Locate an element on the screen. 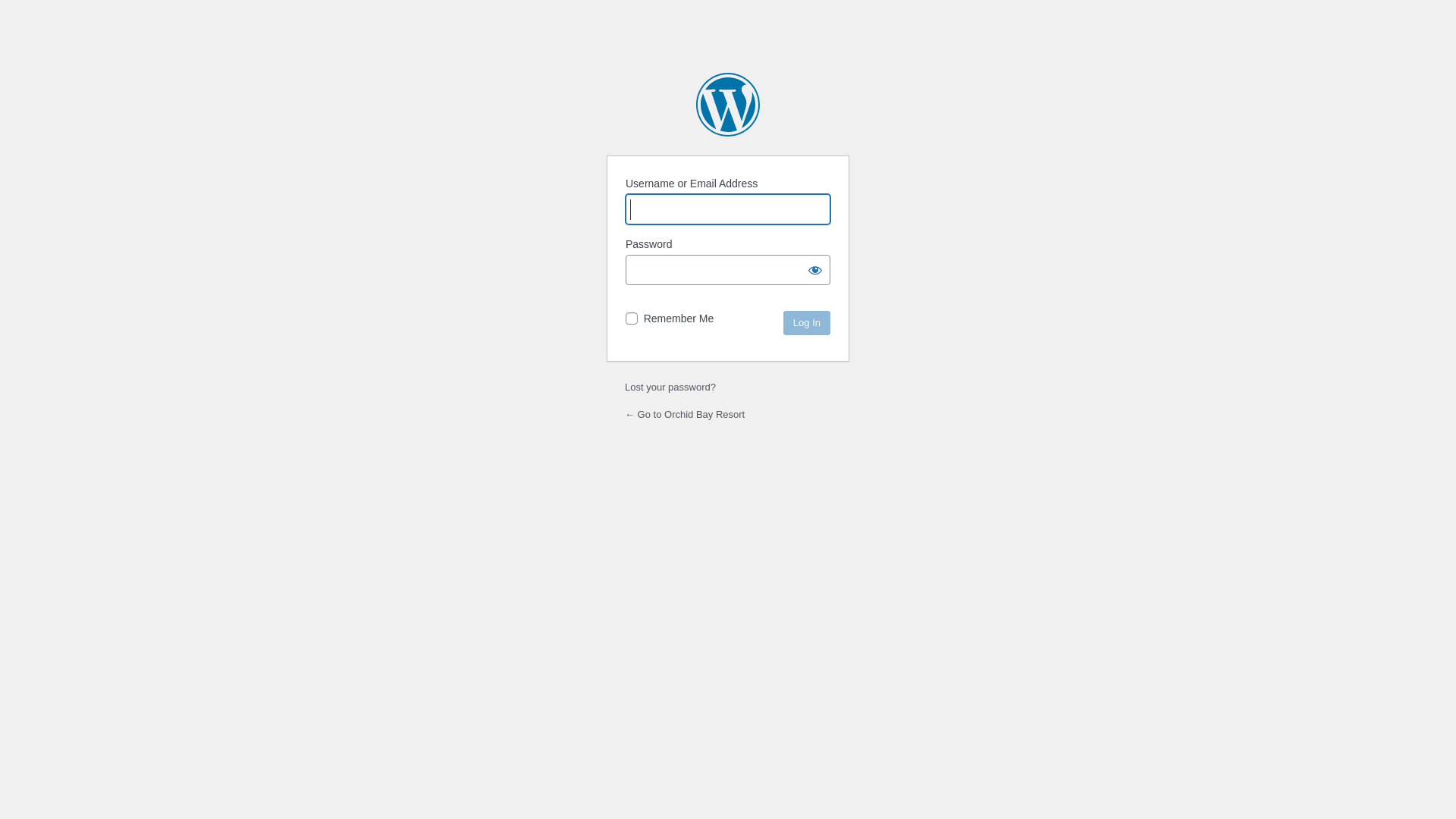 This screenshot has height=819, width=1456. 'Lost your password?' is located at coordinates (669, 386).